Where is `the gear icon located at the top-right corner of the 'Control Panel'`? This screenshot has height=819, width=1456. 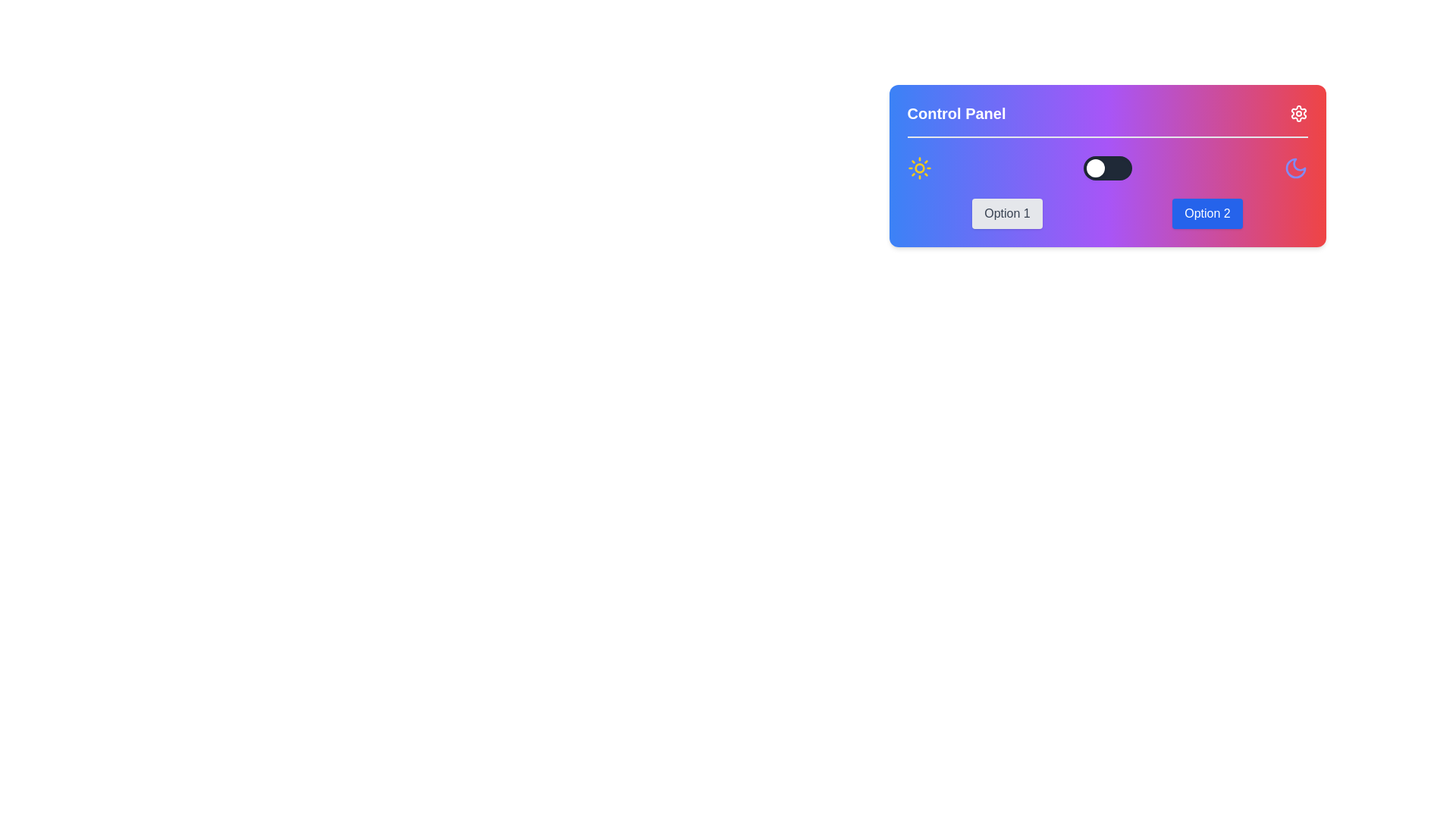
the gear icon located at the top-right corner of the 'Control Panel' is located at coordinates (1298, 113).